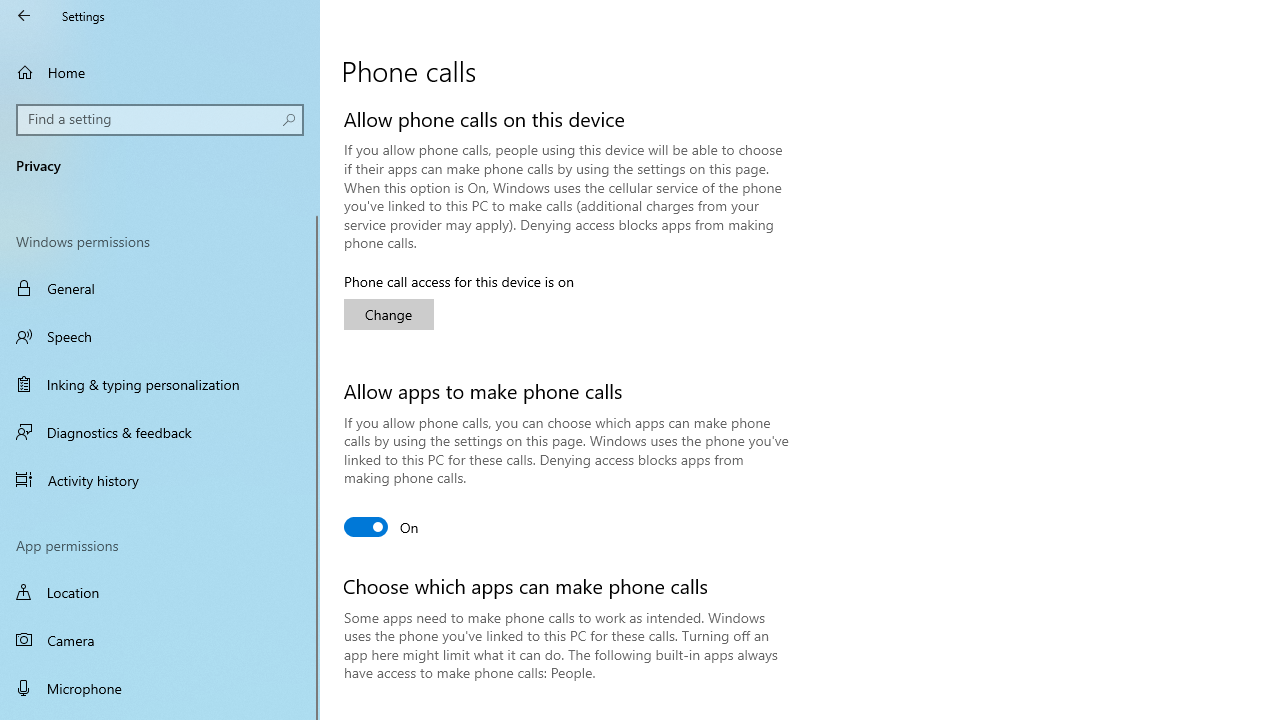  What do you see at coordinates (160, 479) in the screenshot?
I see `'Activity history'` at bounding box center [160, 479].